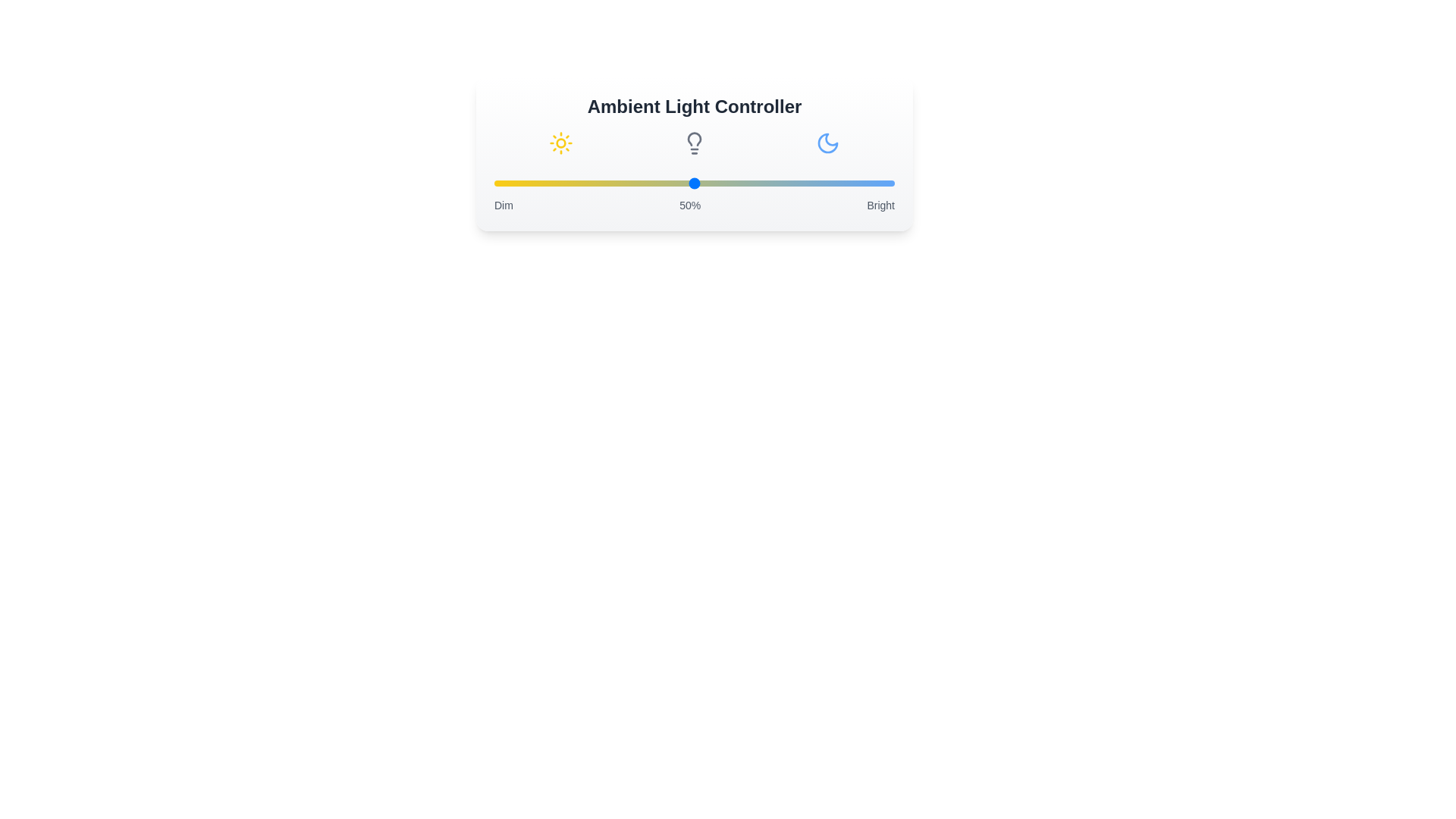 Image resolution: width=1456 pixels, height=819 pixels. What do you see at coordinates (827, 143) in the screenshot?
I see `the Moon icon to interact with it` at bounding box center [827, 143].